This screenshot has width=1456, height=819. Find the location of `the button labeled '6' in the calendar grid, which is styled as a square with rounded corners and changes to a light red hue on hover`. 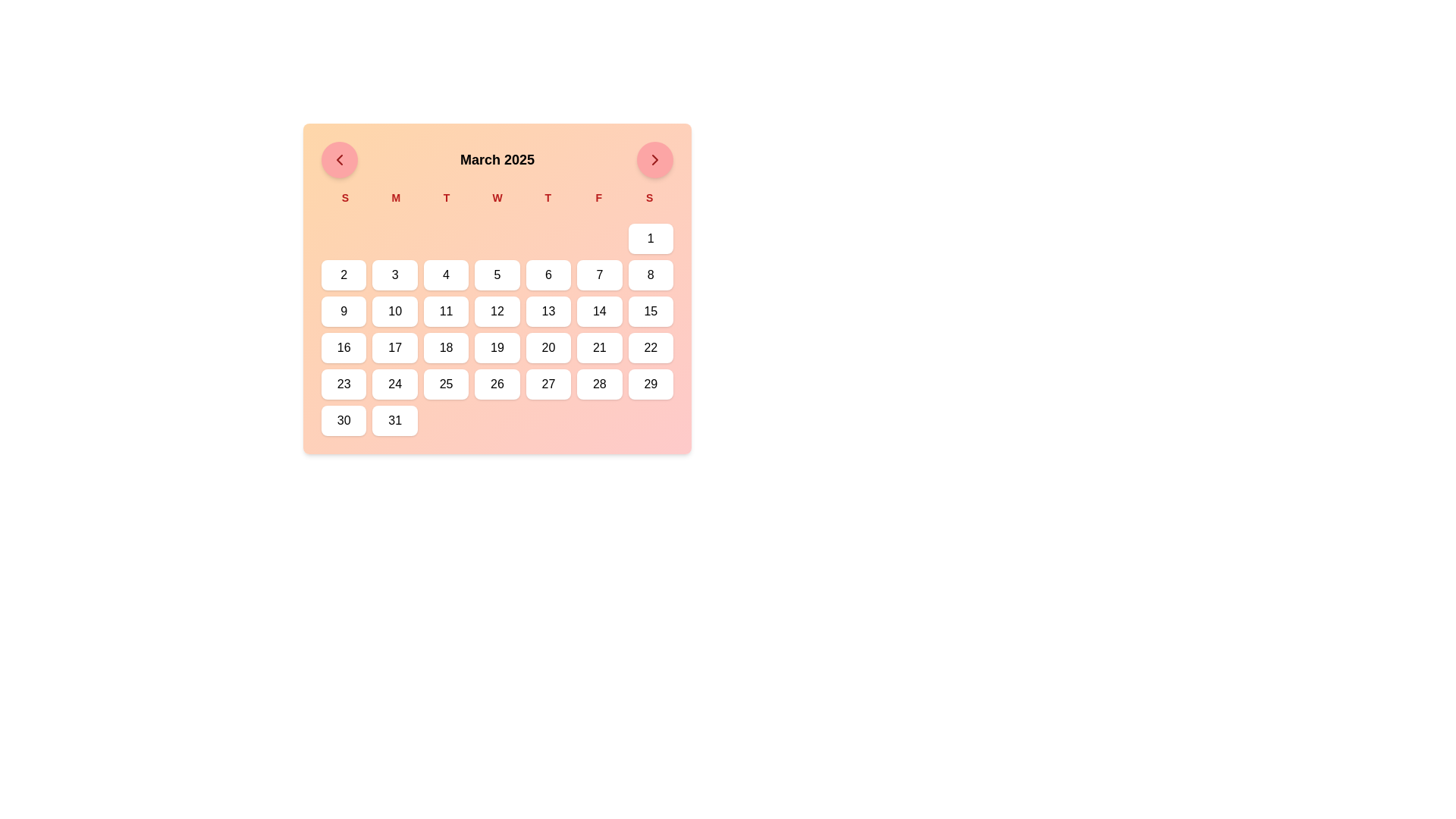

the button labeled '6' in the calendar grid, which is styled as a square with rounded corners and changes to a light red hue on hover is located at coordinates (548, 275).